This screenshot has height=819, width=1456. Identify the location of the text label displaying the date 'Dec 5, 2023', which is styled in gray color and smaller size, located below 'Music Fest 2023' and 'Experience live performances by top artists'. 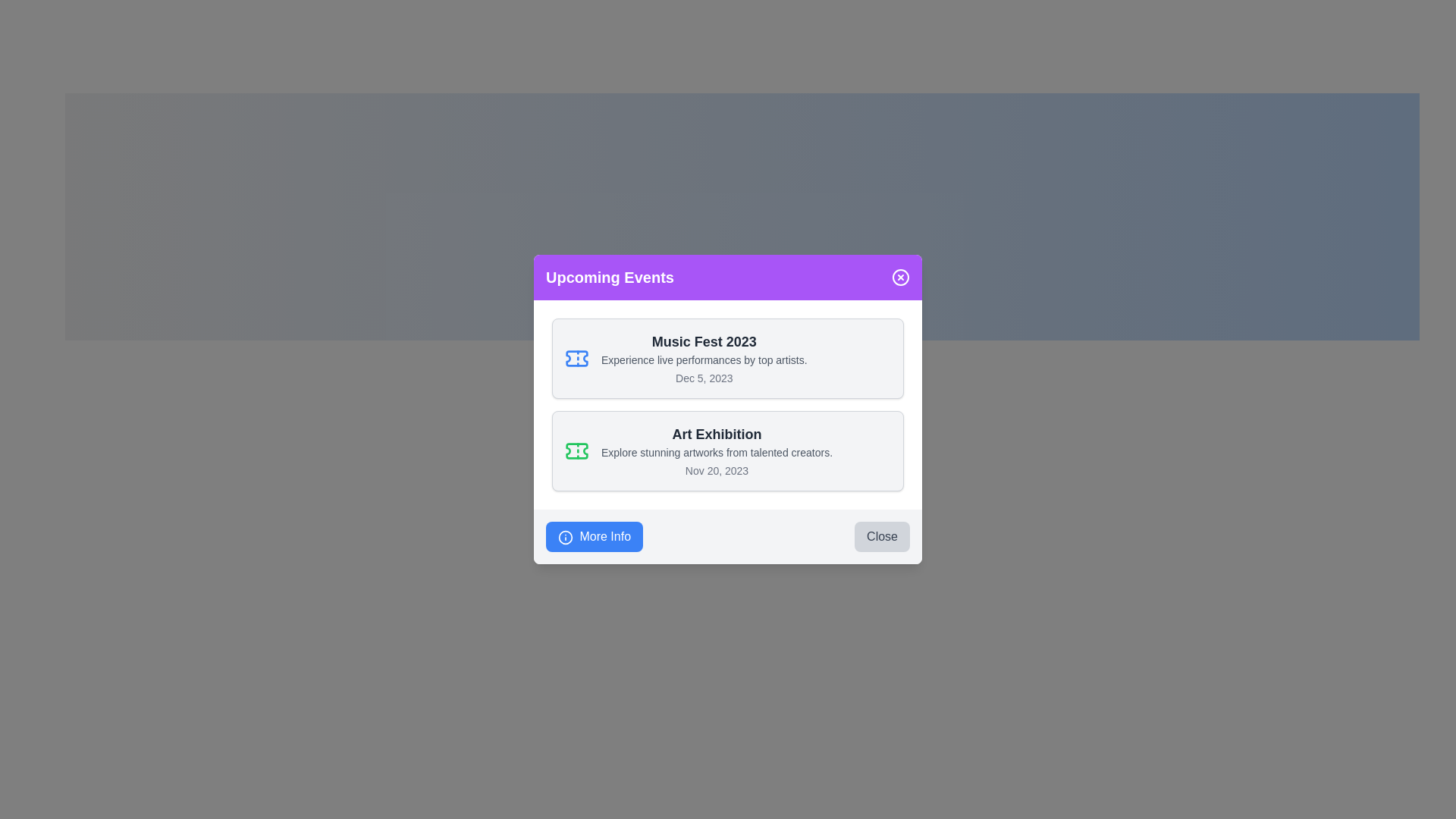
(703, 377).